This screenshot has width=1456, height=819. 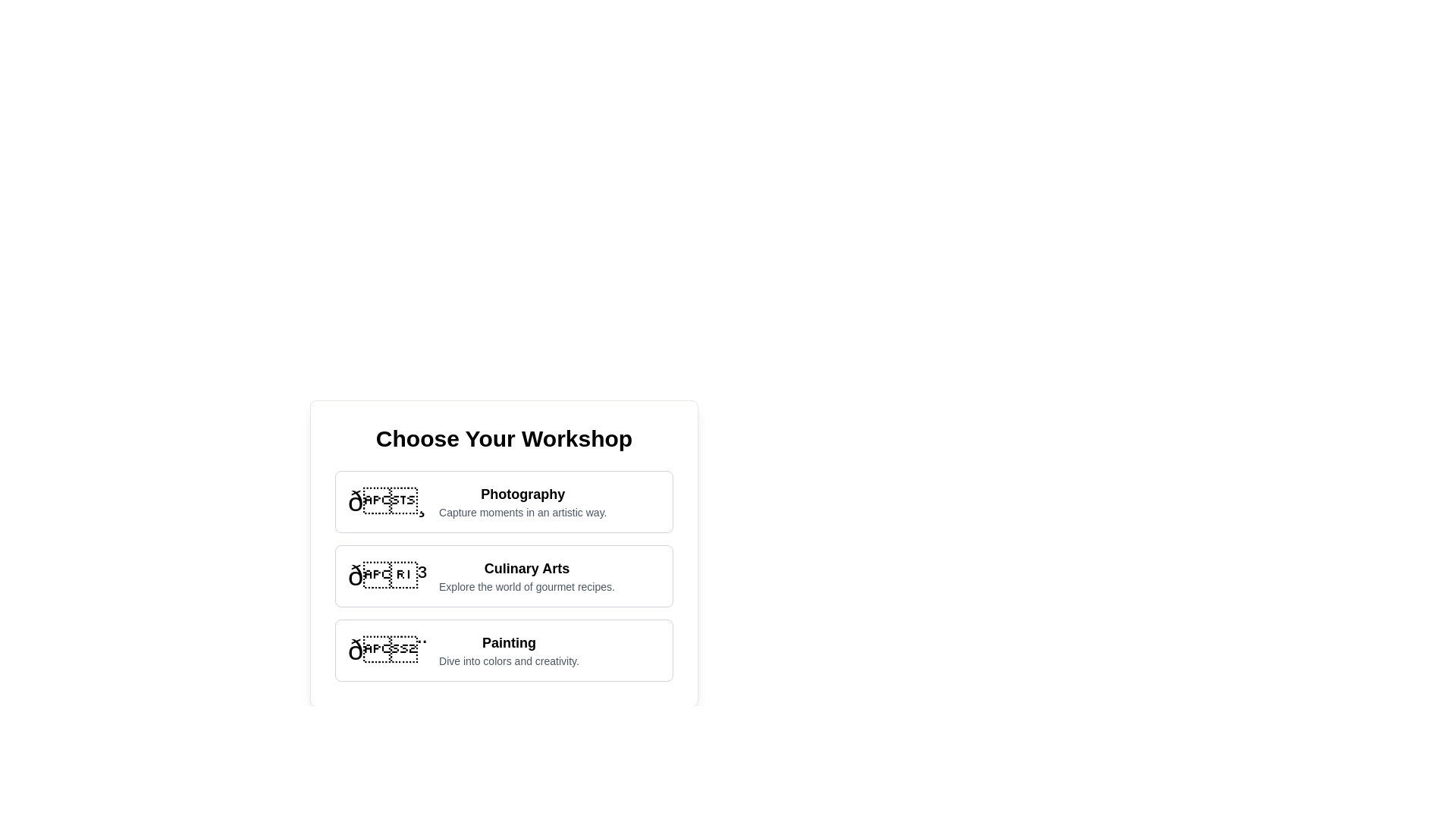 What do you see at coordinates (504, 502) in the screenshot?
I see `the first Selection Card in the vertical list of photography workshop options` at bounding box center [504, 502].